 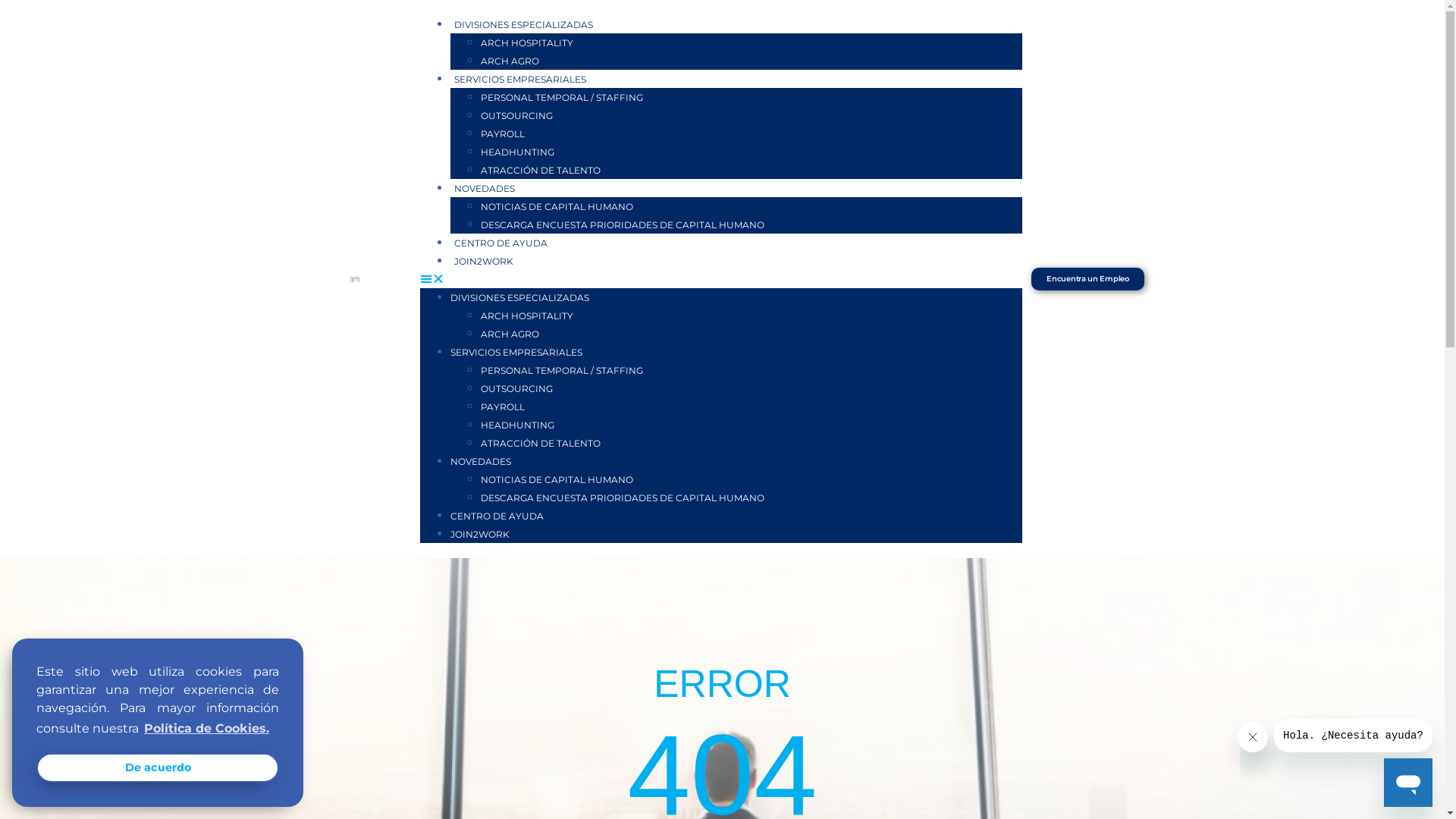 What do you see at coordinates (1087, 278) in the screenshot?
I see `'Encuentra un Empleo'` at bounding box center [1087, 278].